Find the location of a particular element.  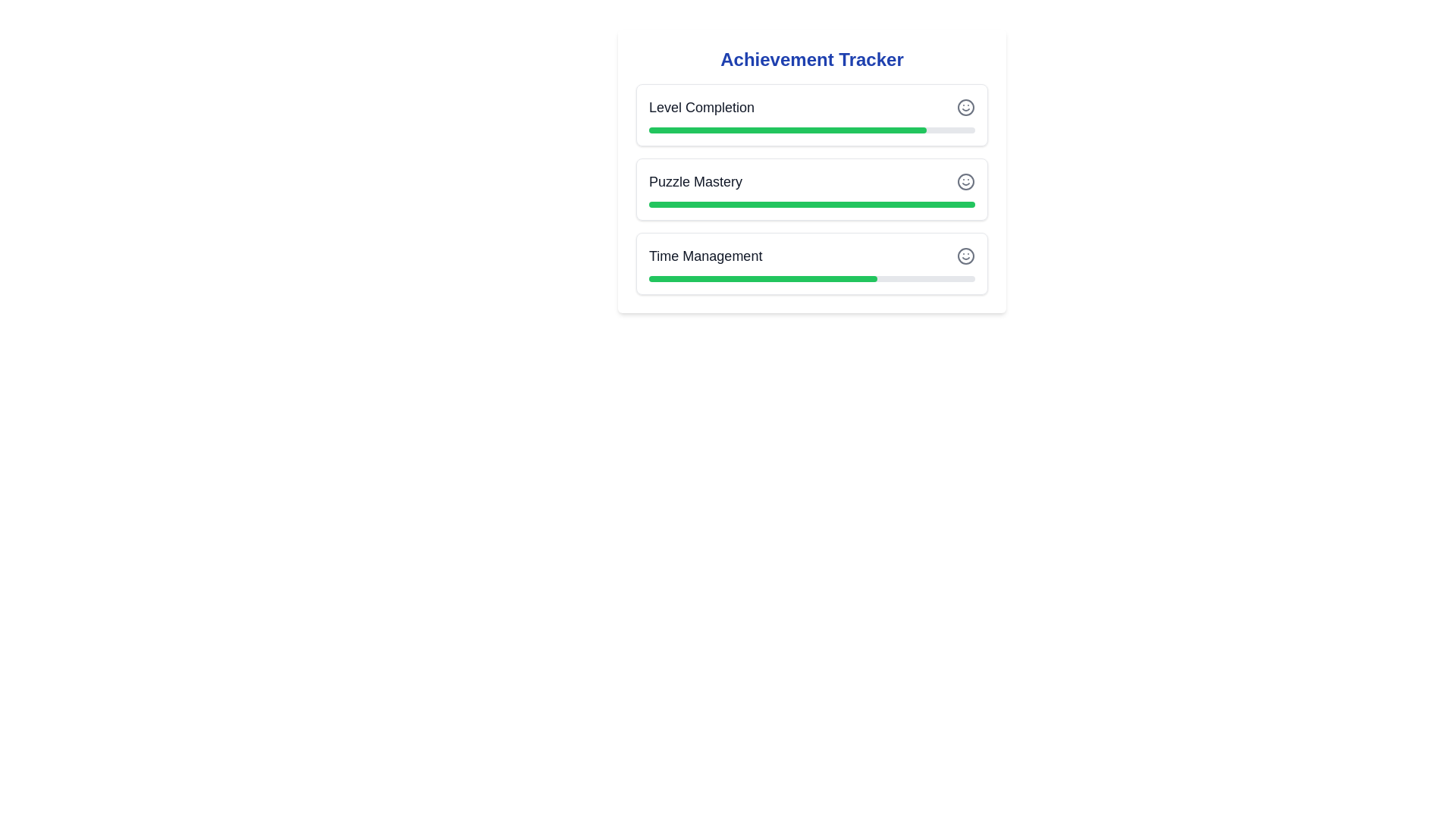

the third progress bar that visually represents the completion level of the 'Time Management' activity is located at coordinates (811, 278).